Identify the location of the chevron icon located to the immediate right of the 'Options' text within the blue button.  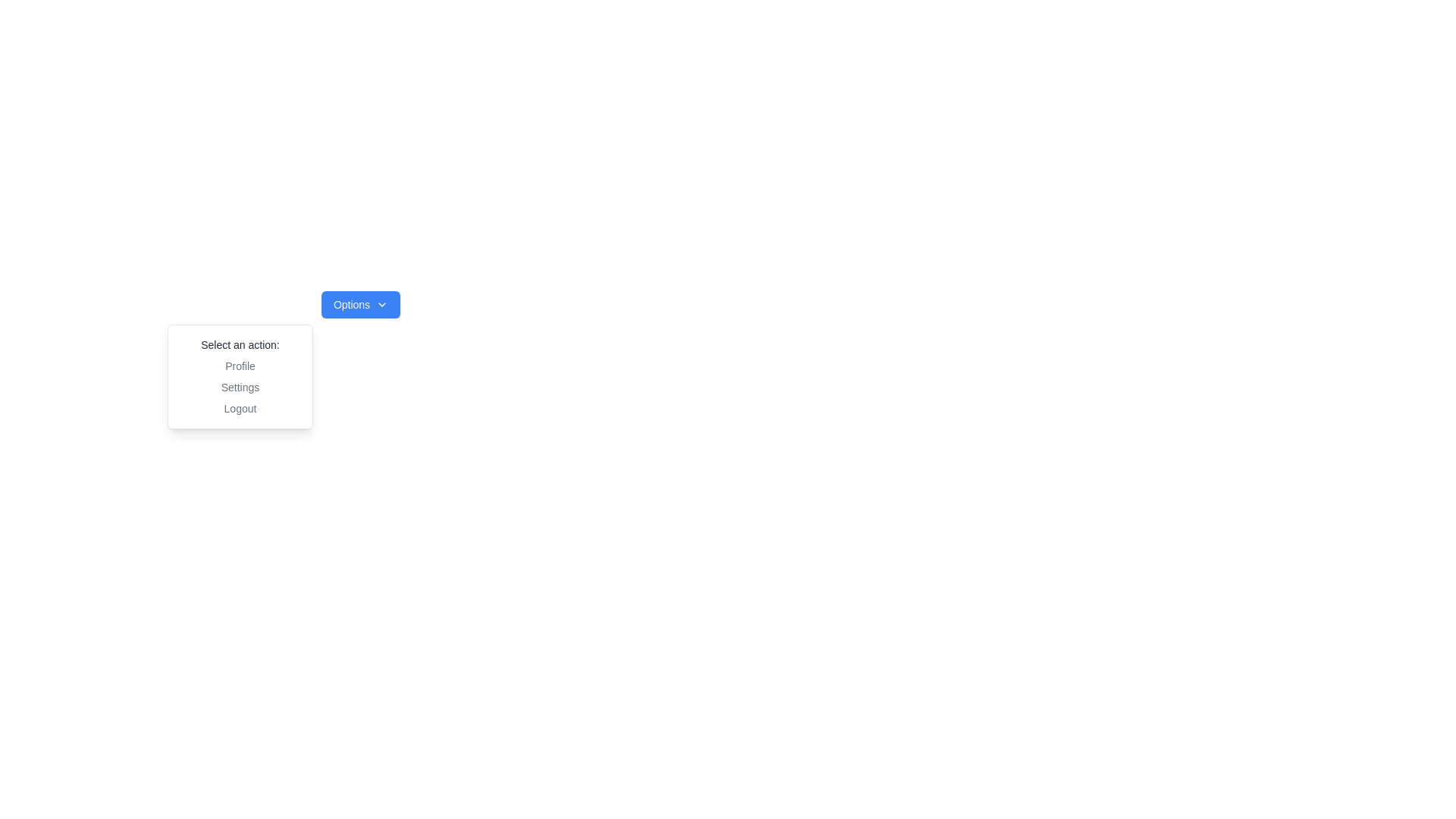
(382, 304).